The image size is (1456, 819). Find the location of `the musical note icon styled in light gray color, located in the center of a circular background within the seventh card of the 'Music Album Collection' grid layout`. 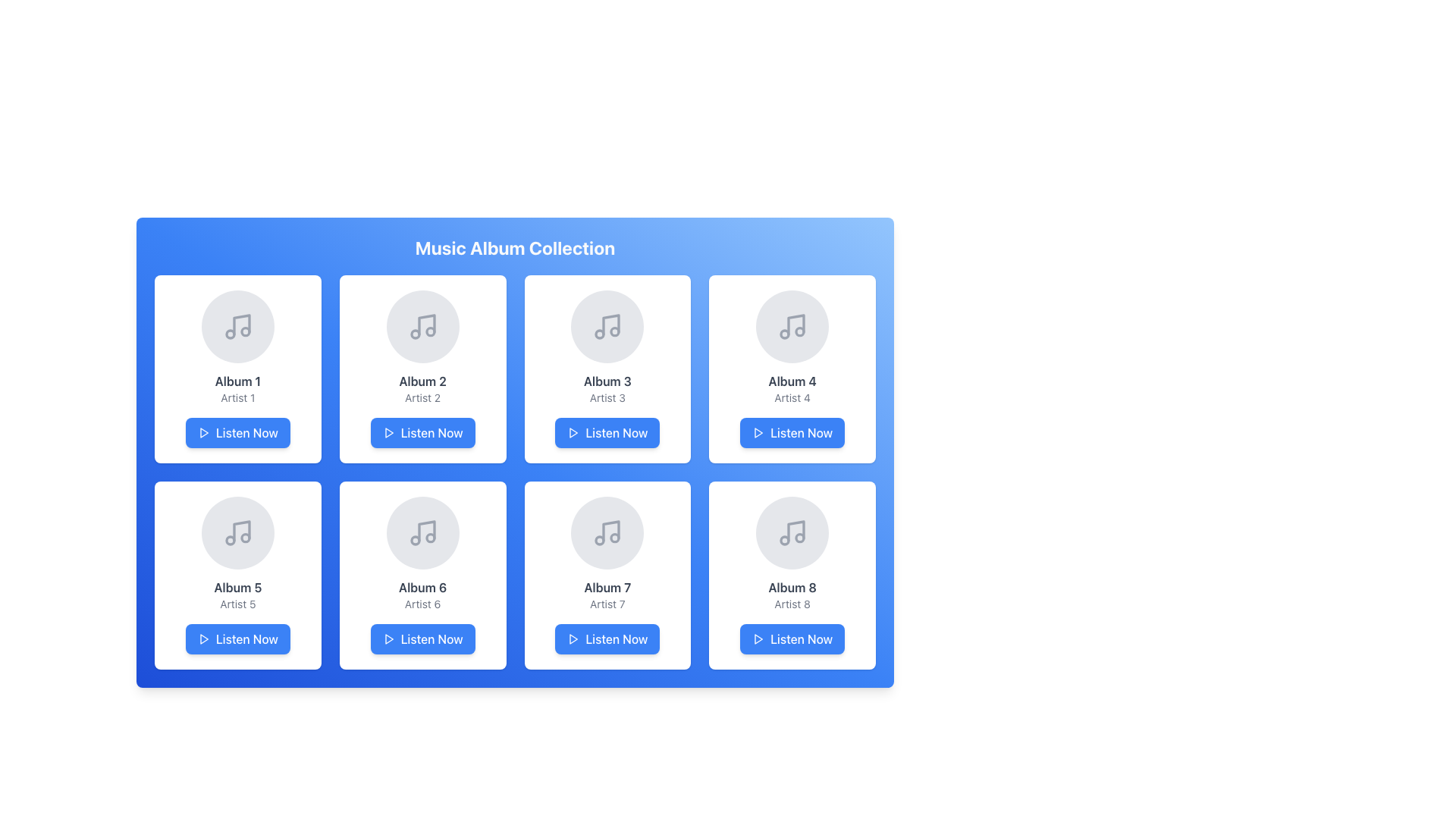

the musical note icon styled in light gray color, located in the center of a circular background within the seventh card of the 'Music Album Collection' grid layout is located at coordinates (607, 532).